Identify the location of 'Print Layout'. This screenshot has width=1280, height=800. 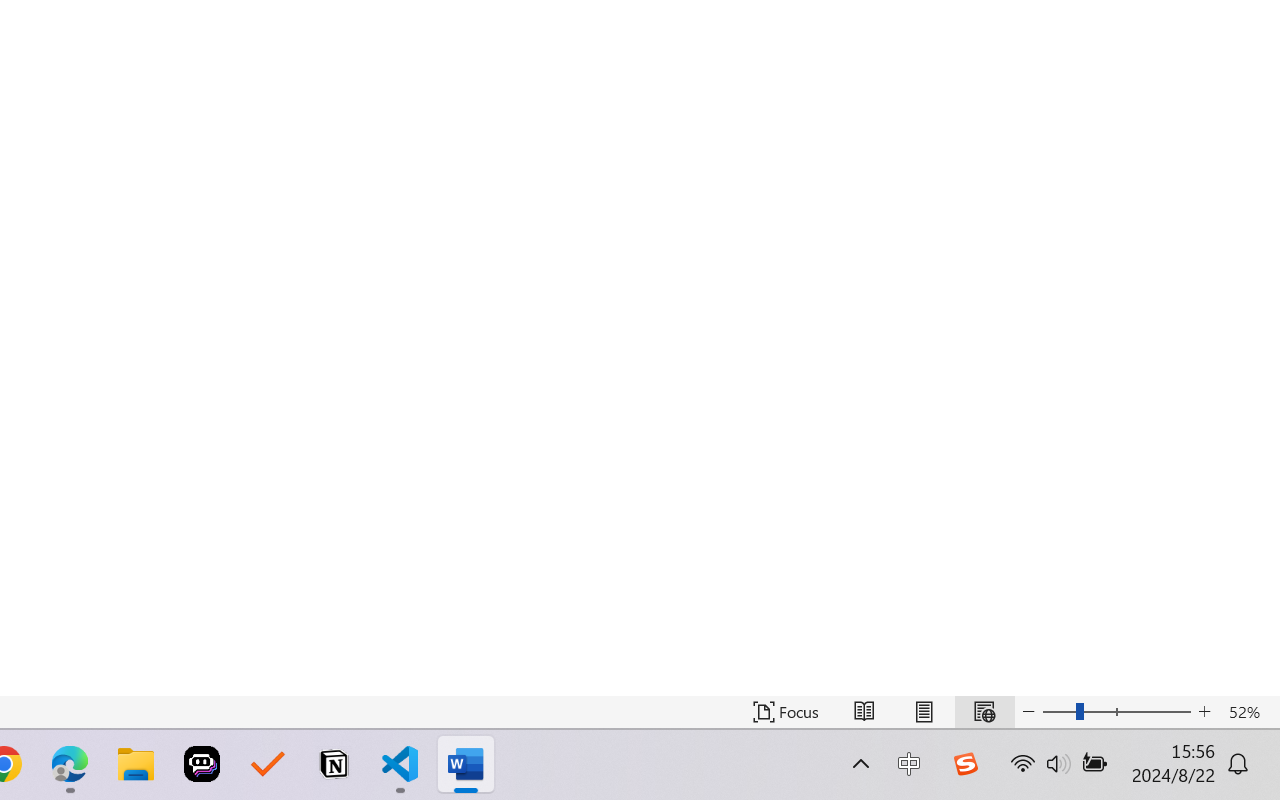
(923, 711).